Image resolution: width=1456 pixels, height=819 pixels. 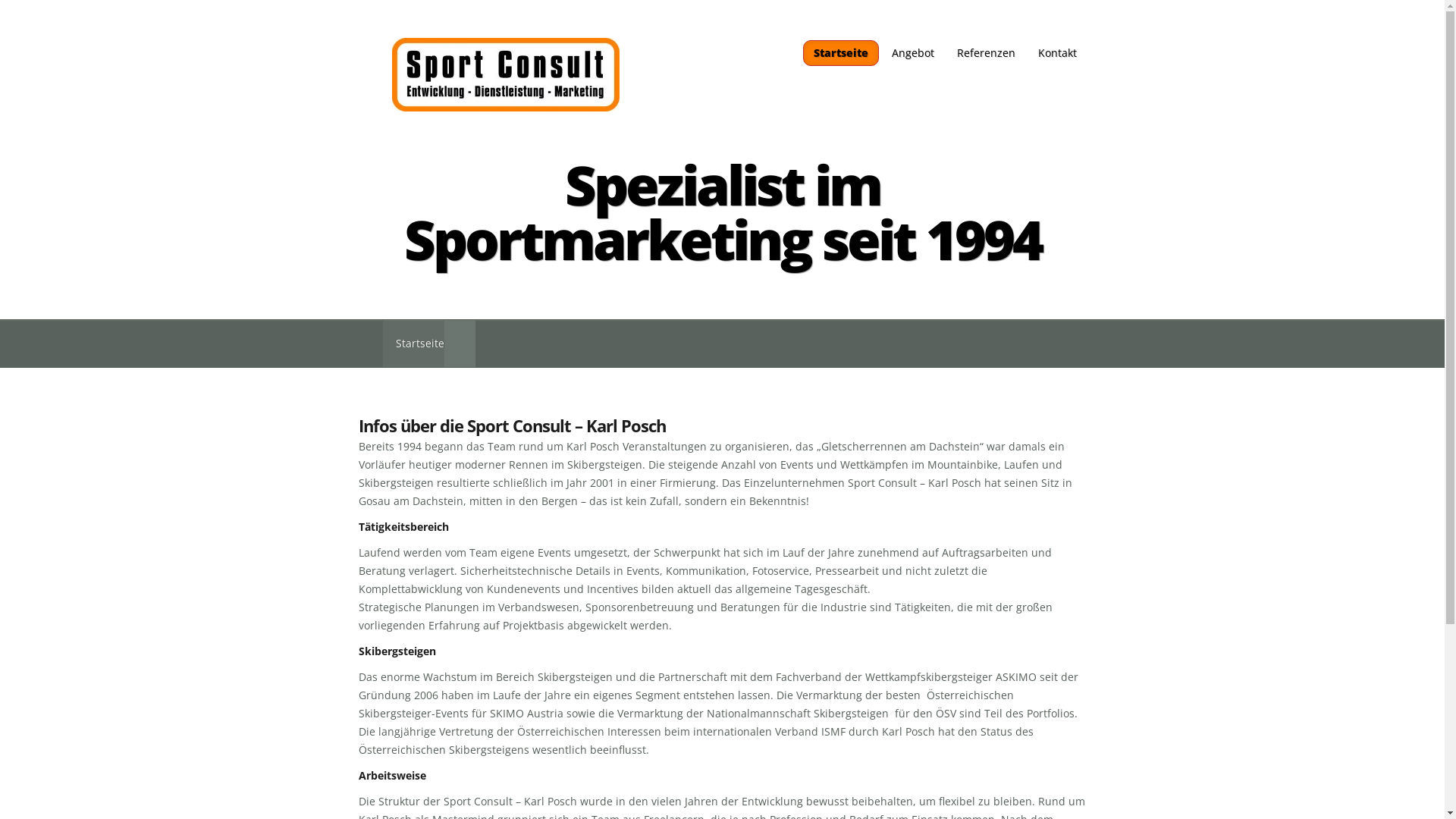 What do you see at coordinates (1056, 52) in the screenshot?
I see `'Kontakt'` at bounding box center [1056, 52].